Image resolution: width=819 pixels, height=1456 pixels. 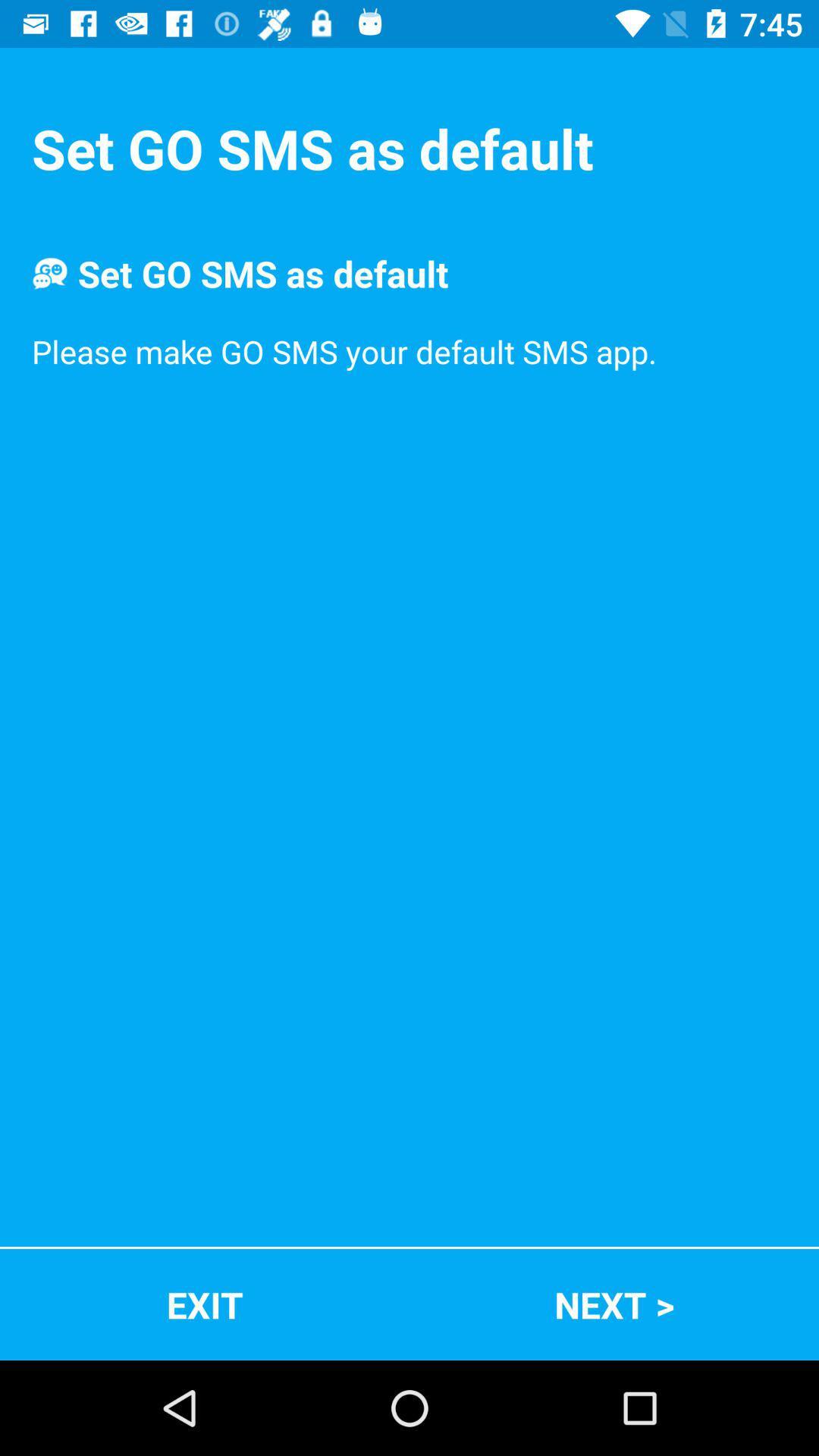 What do you see at coordinates (205, 1304) in the screenshot?
I see `the exit` at bounding box center [205, 1304].